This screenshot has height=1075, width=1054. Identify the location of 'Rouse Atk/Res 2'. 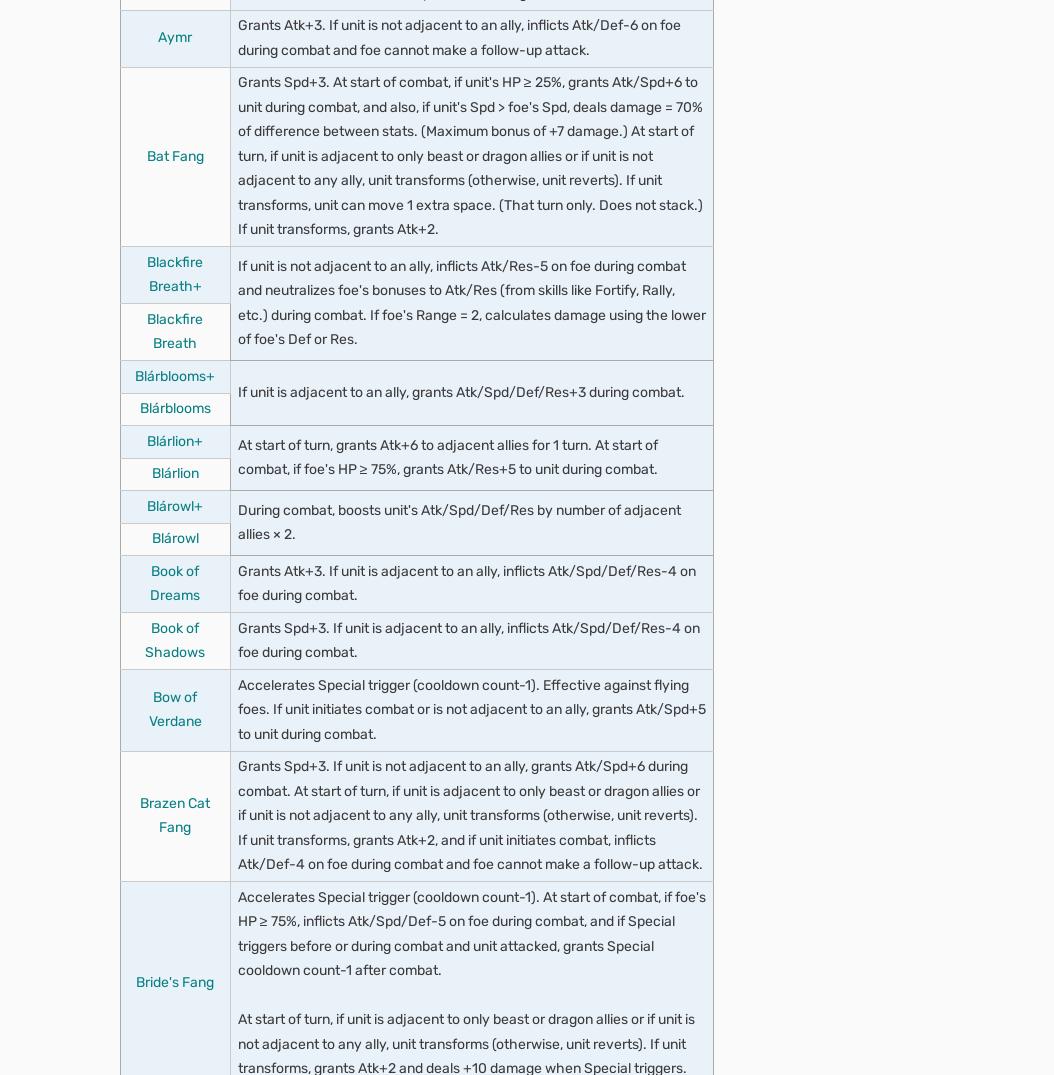
(177, 44).